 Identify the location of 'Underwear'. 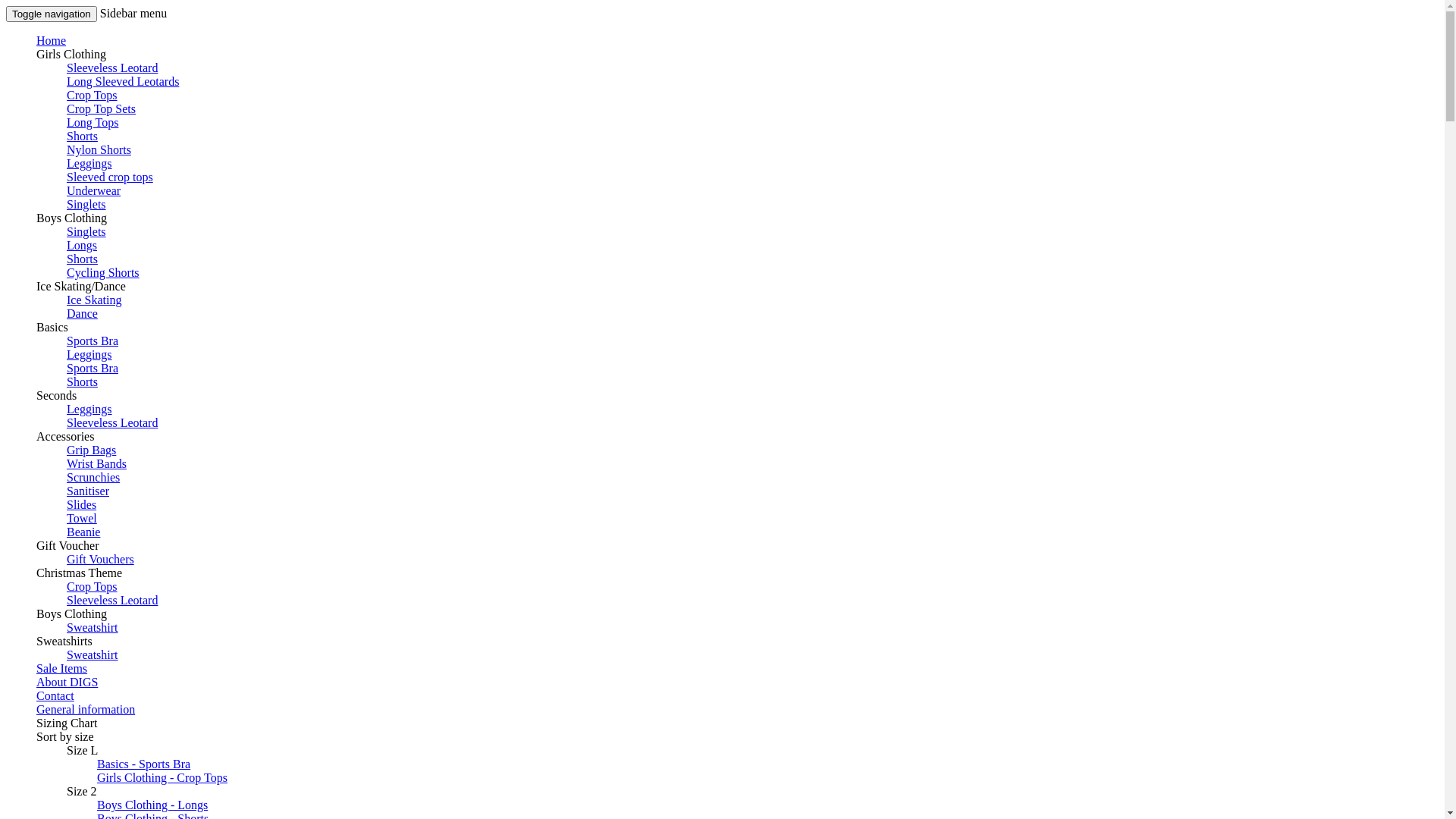
(93, 190).